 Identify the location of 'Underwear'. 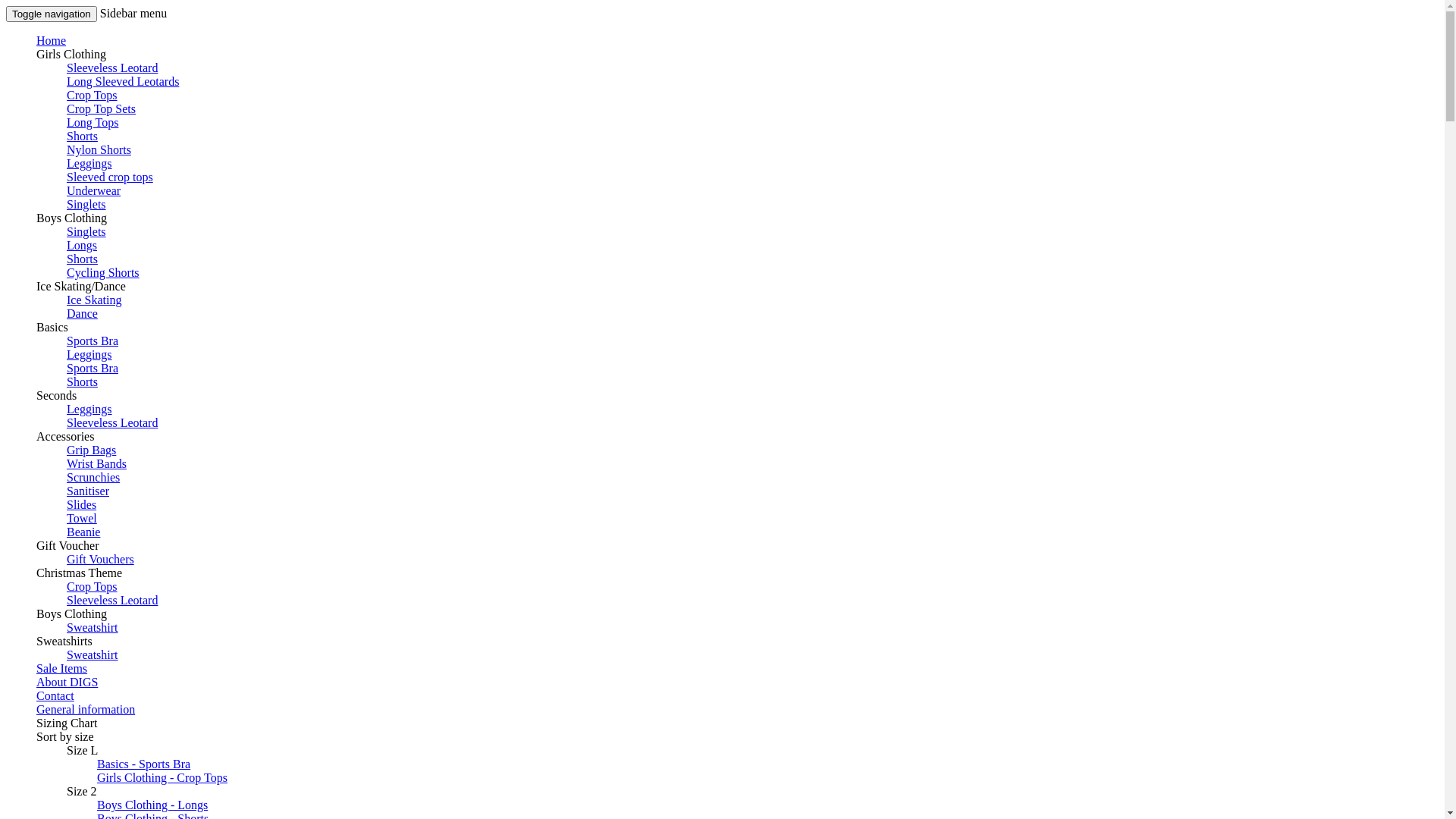
(93, 190).